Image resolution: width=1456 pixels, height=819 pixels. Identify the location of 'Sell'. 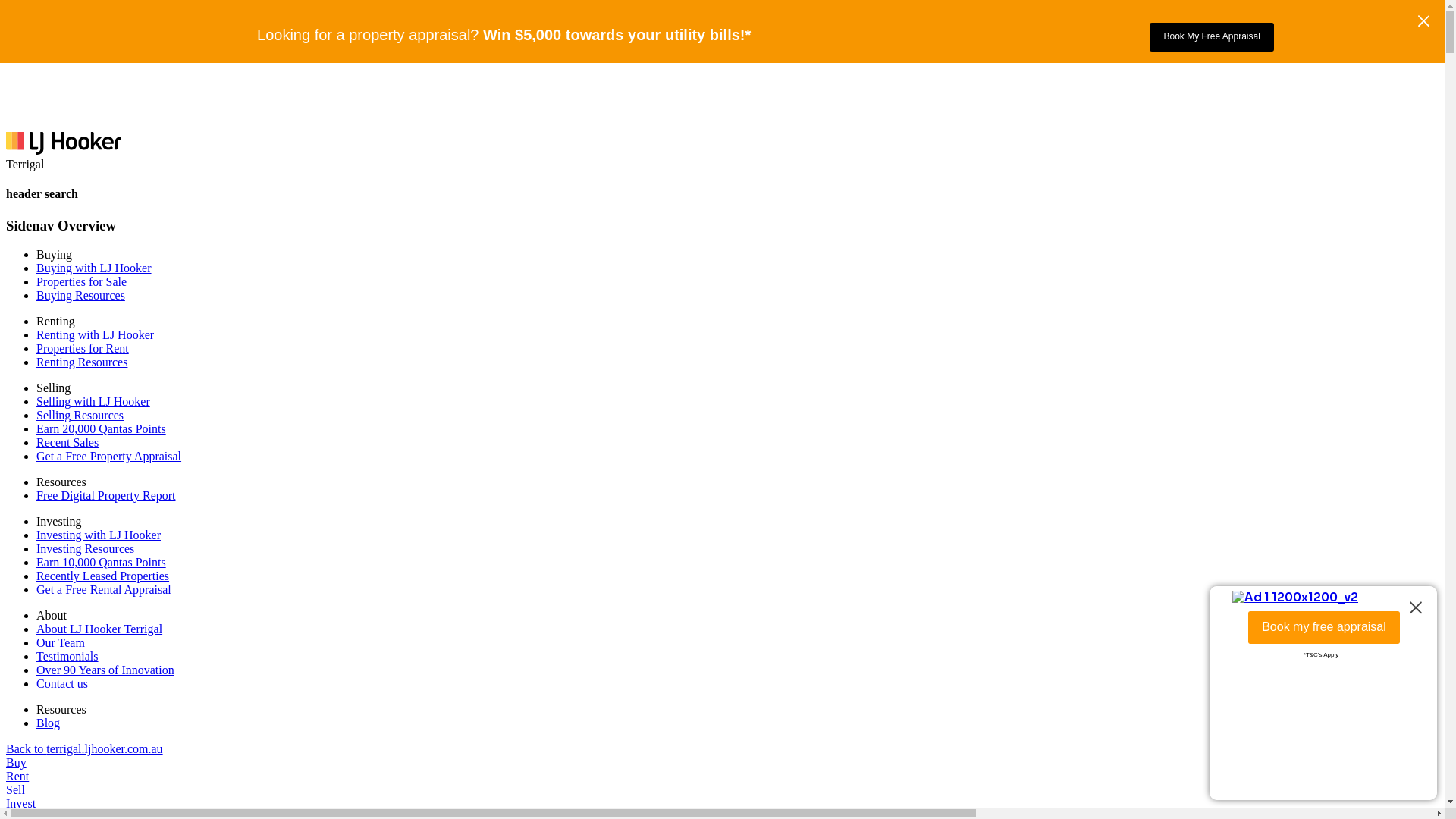
(6, 789).